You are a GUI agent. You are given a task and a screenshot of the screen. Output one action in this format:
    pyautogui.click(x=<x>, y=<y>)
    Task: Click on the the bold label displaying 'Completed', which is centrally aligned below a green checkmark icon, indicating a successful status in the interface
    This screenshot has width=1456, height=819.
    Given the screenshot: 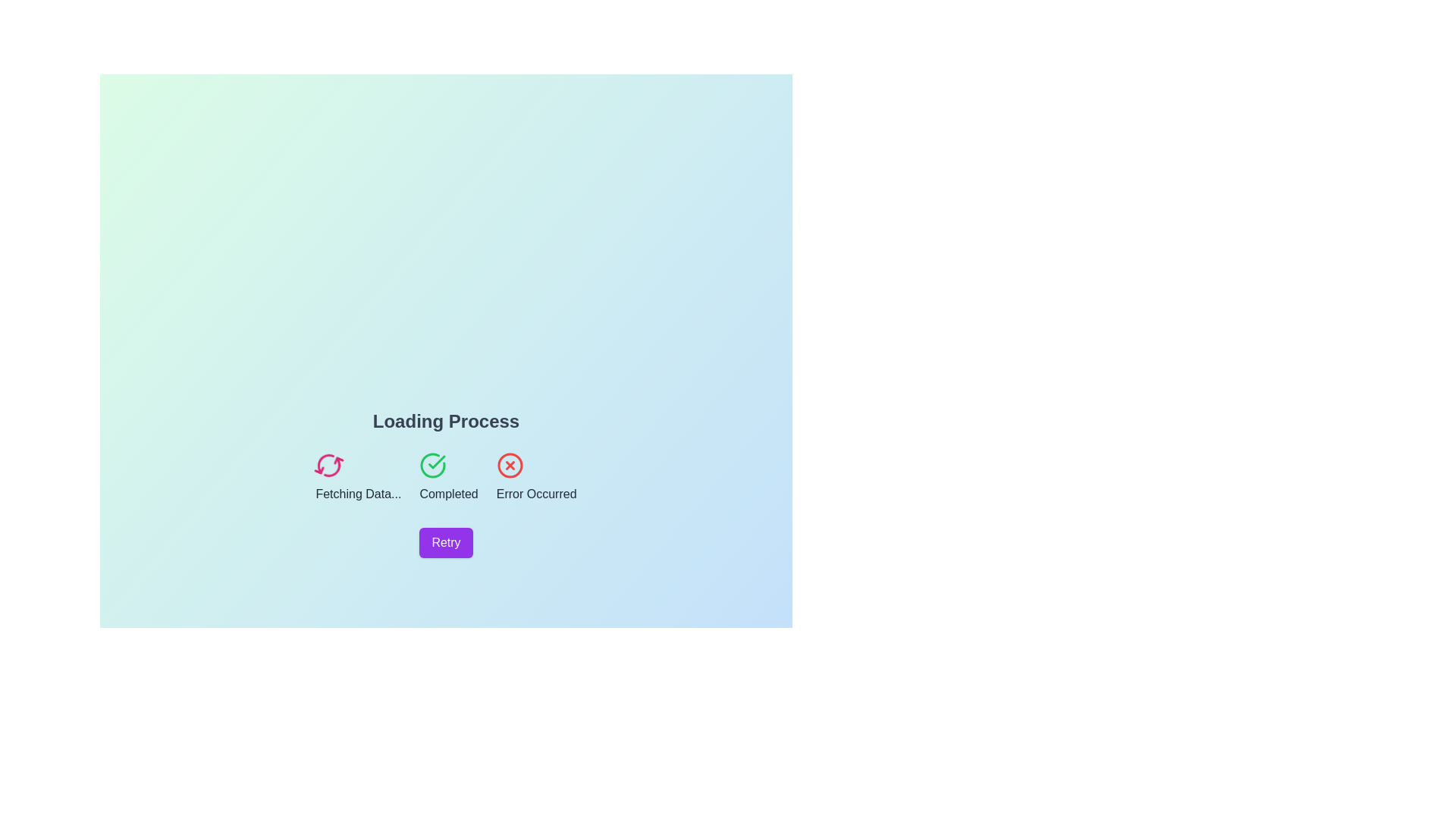 What is the action you would take?
    pyautogui.click(x=448, y=494)
    